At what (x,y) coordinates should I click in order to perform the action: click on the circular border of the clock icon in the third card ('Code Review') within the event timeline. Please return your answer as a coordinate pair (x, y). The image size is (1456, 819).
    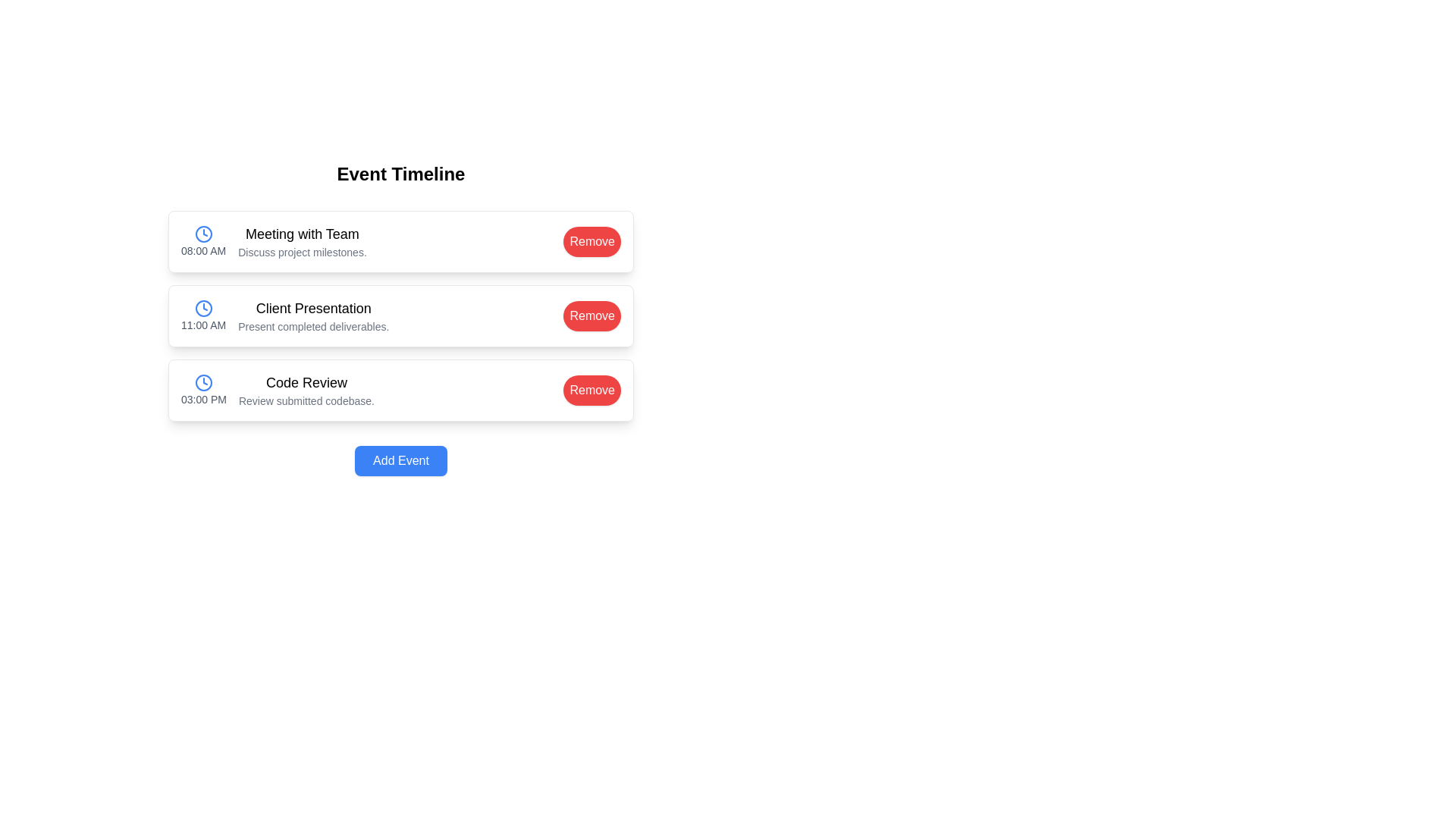
    Looking at the image, I should click on (202, 382).